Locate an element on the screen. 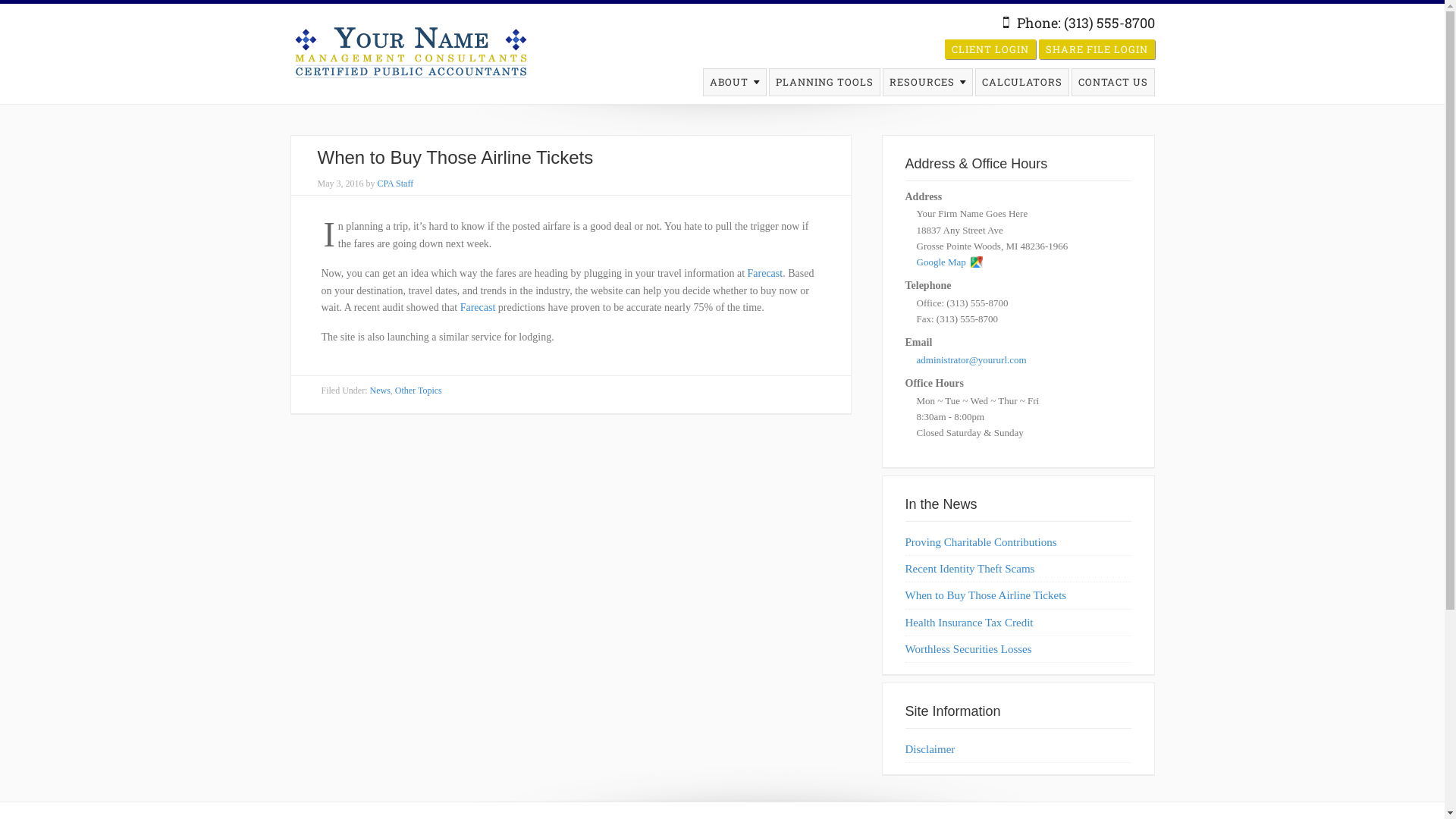 The height and width of the screenshot is (819, 1456). 'Health Insurance Tax Credit' is located at coordinates (905, 623).